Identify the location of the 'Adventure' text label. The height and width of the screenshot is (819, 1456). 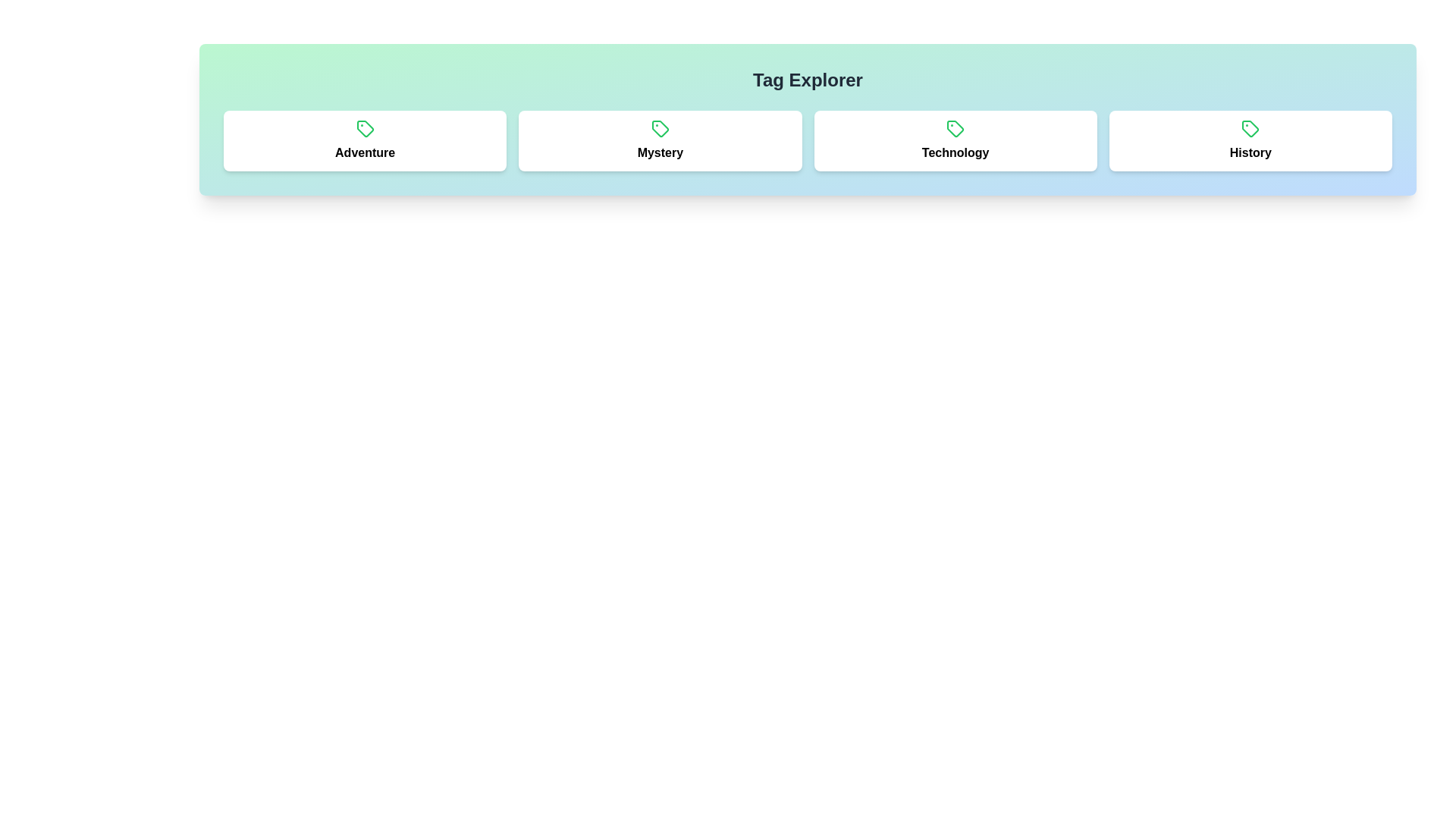
(365, 152).